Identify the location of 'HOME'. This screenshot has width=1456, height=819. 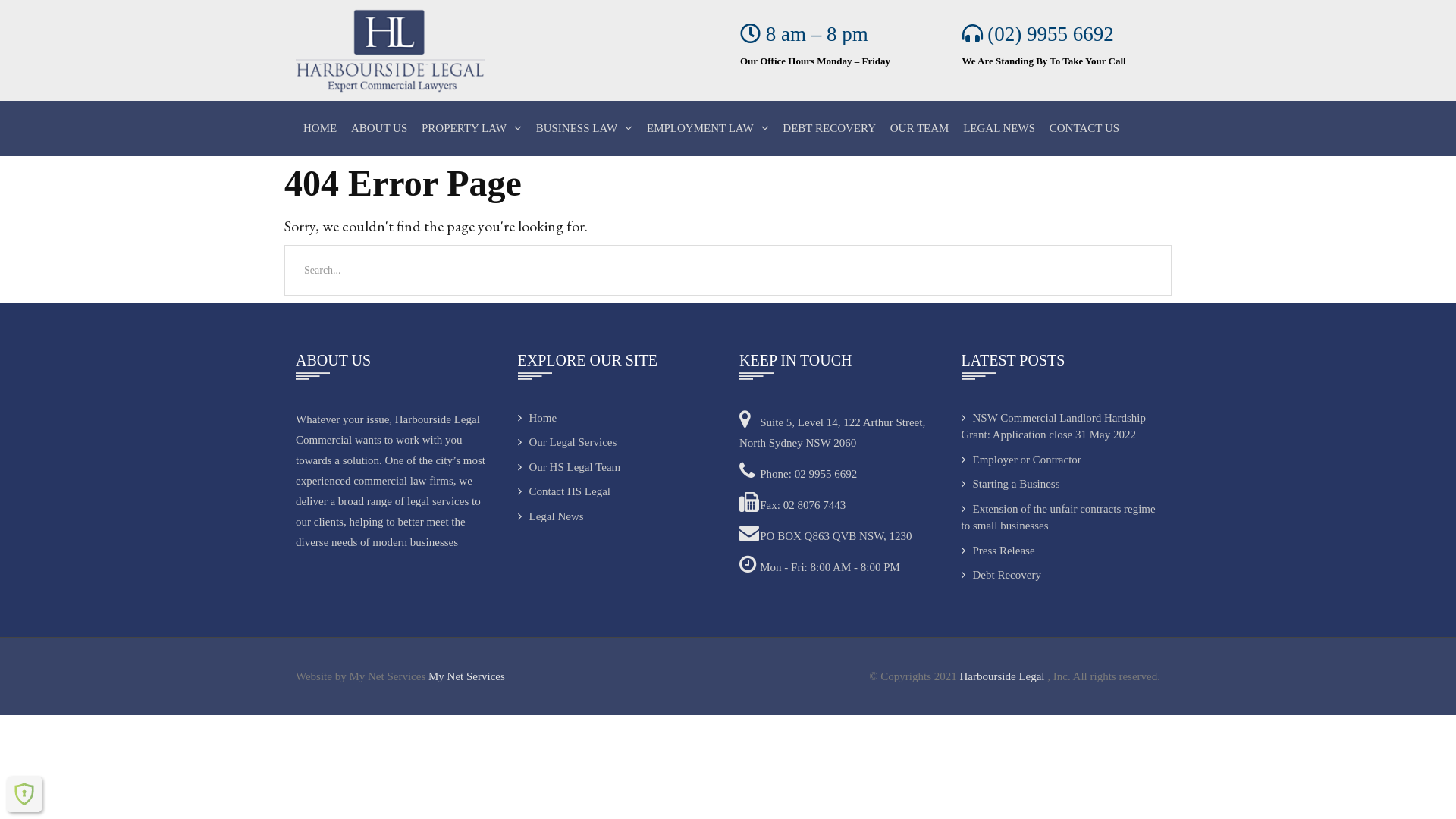
(295, 127).